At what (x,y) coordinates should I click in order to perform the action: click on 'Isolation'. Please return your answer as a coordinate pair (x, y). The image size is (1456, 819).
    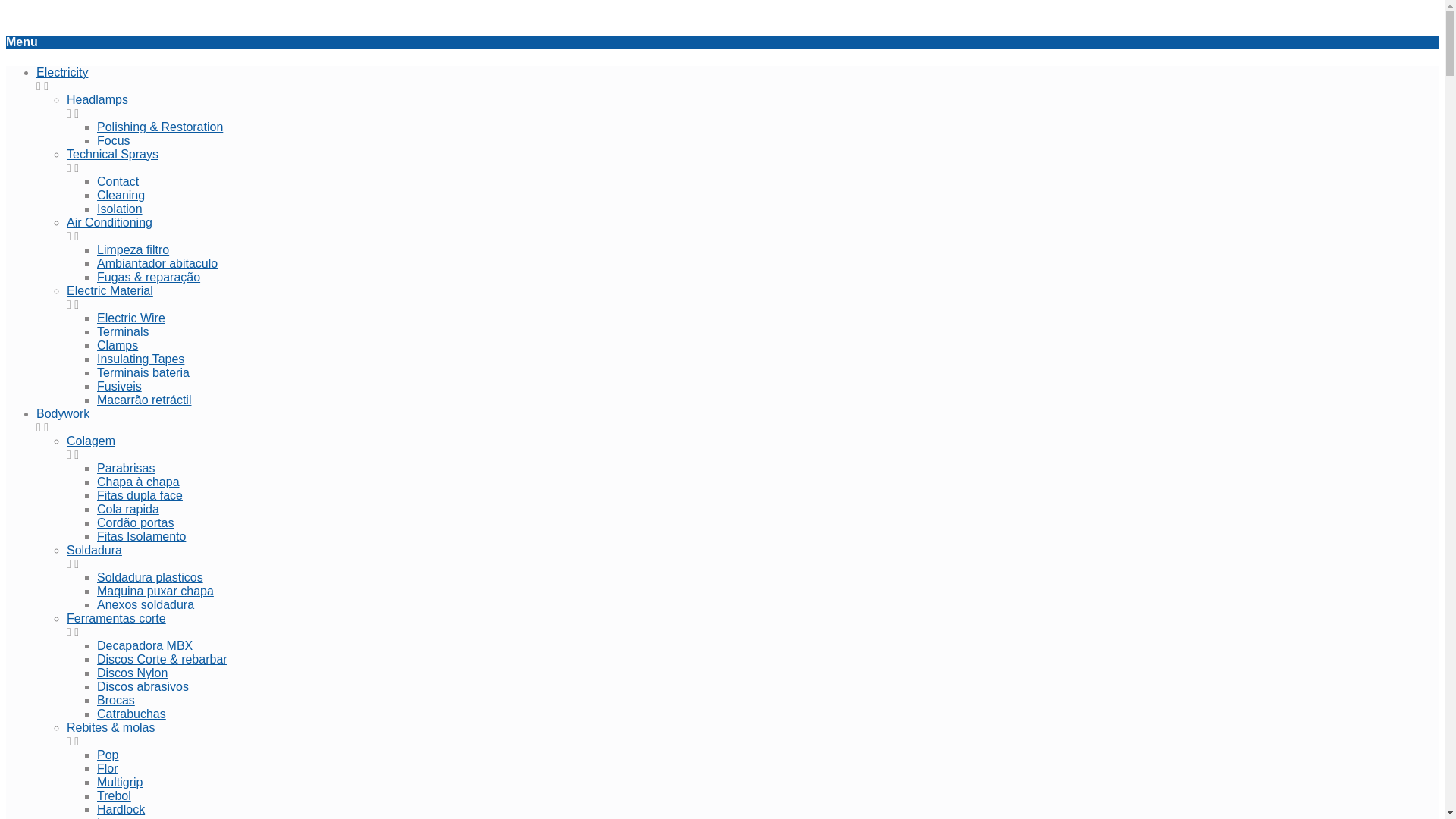
    Looking at the image, I should click on (96, 209).